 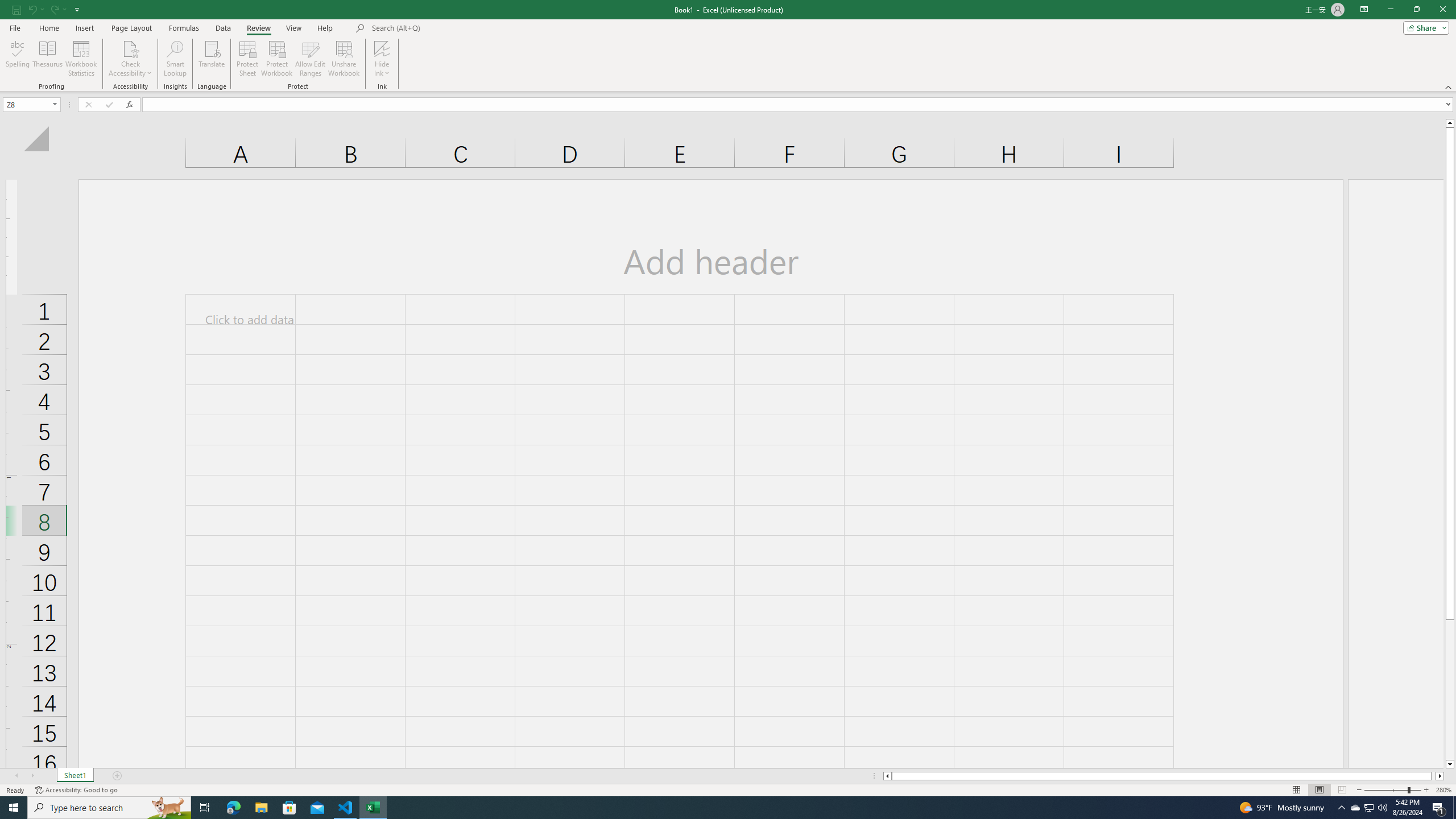 I want to click on 'Workbook Statistics', so click(x=81, y=59).